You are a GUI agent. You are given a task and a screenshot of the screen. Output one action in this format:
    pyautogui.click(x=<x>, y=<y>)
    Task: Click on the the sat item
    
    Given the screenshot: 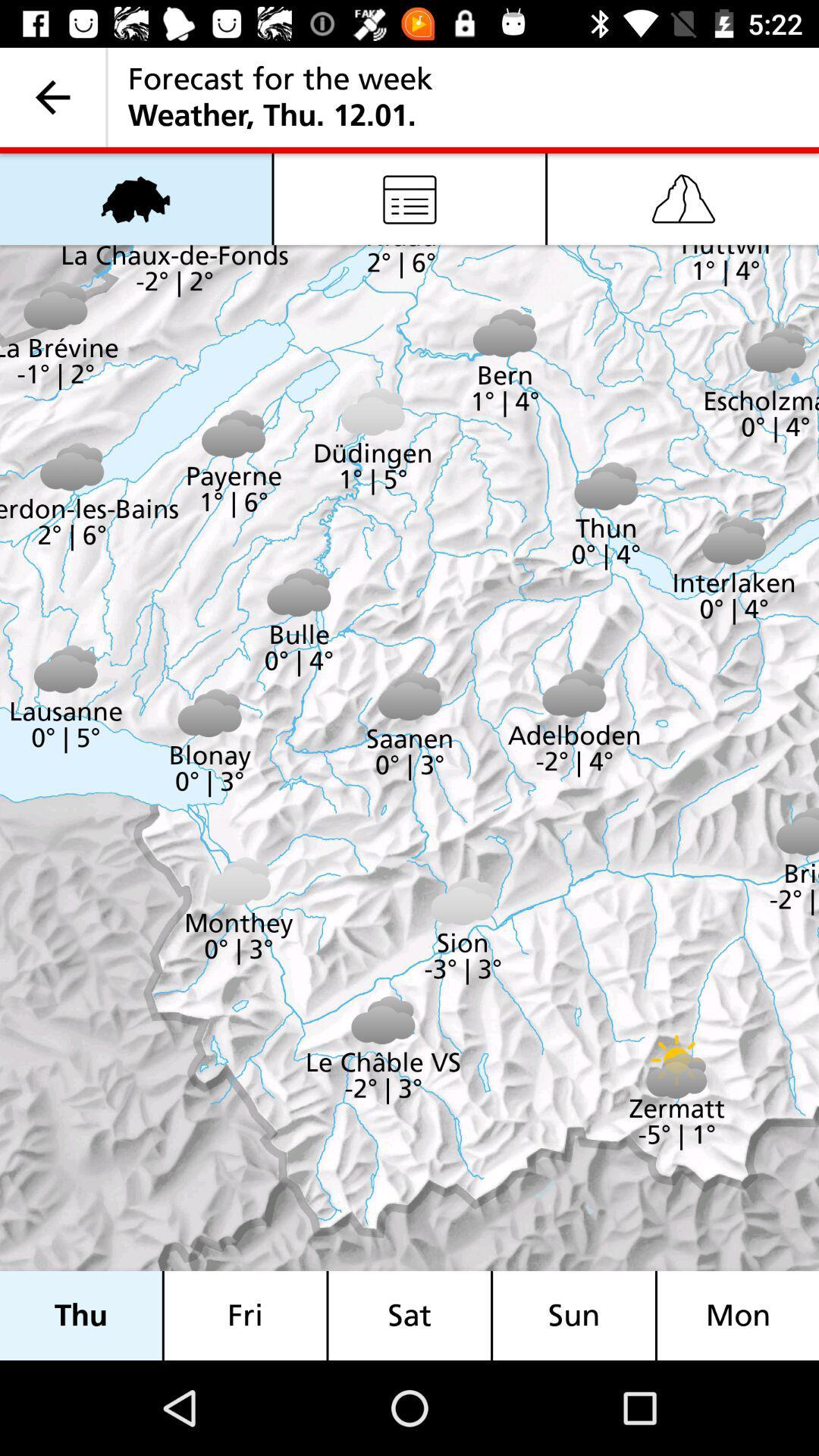 What is the action you would take?
    pyautogui.click(x=409, y=1315)
    